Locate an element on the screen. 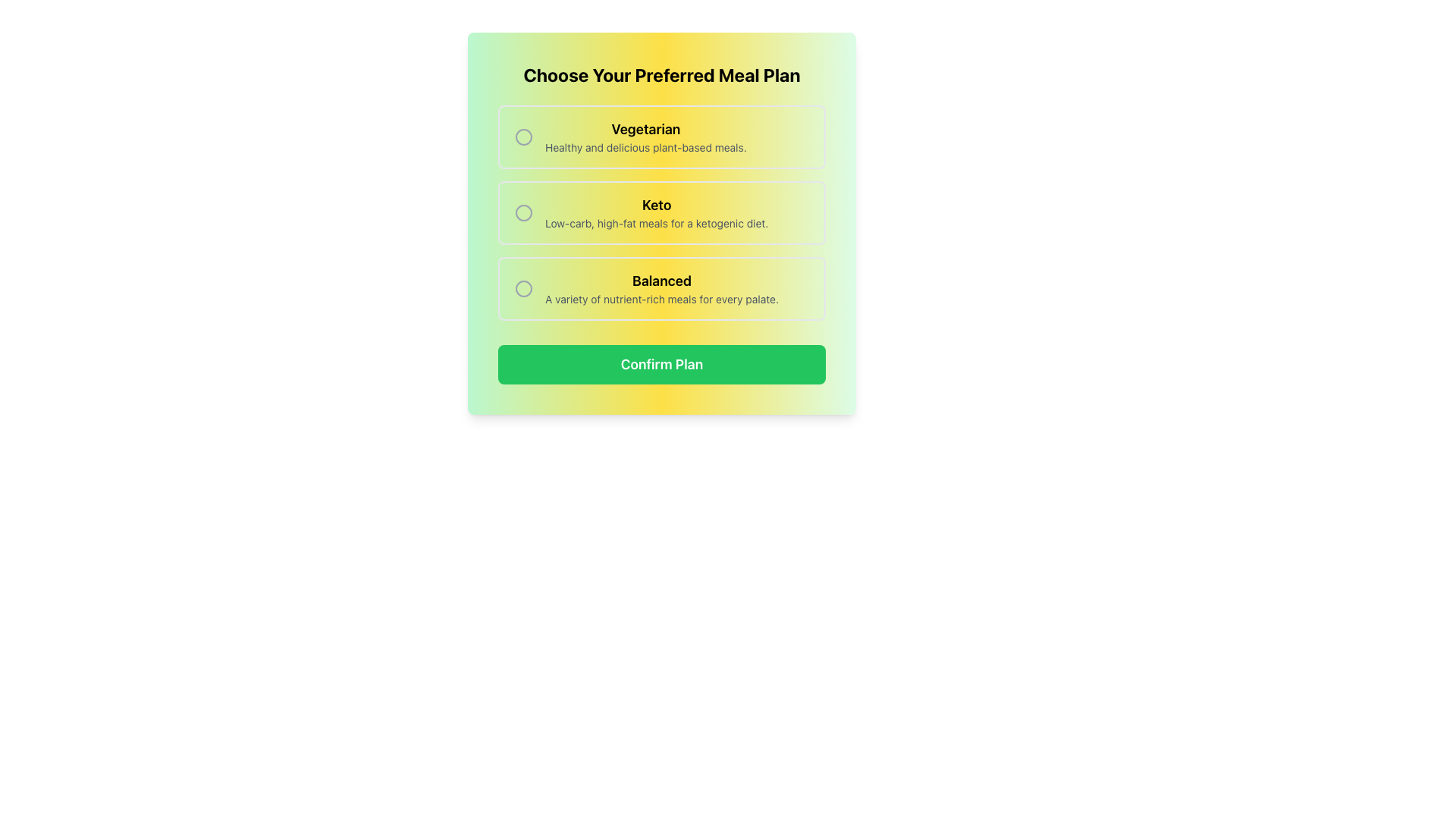 Image resolution: width=1456 pixels, height=819 pixels. the 'Confirm Plan' button, which has a green background and white text is located at coordinates (662, 365).